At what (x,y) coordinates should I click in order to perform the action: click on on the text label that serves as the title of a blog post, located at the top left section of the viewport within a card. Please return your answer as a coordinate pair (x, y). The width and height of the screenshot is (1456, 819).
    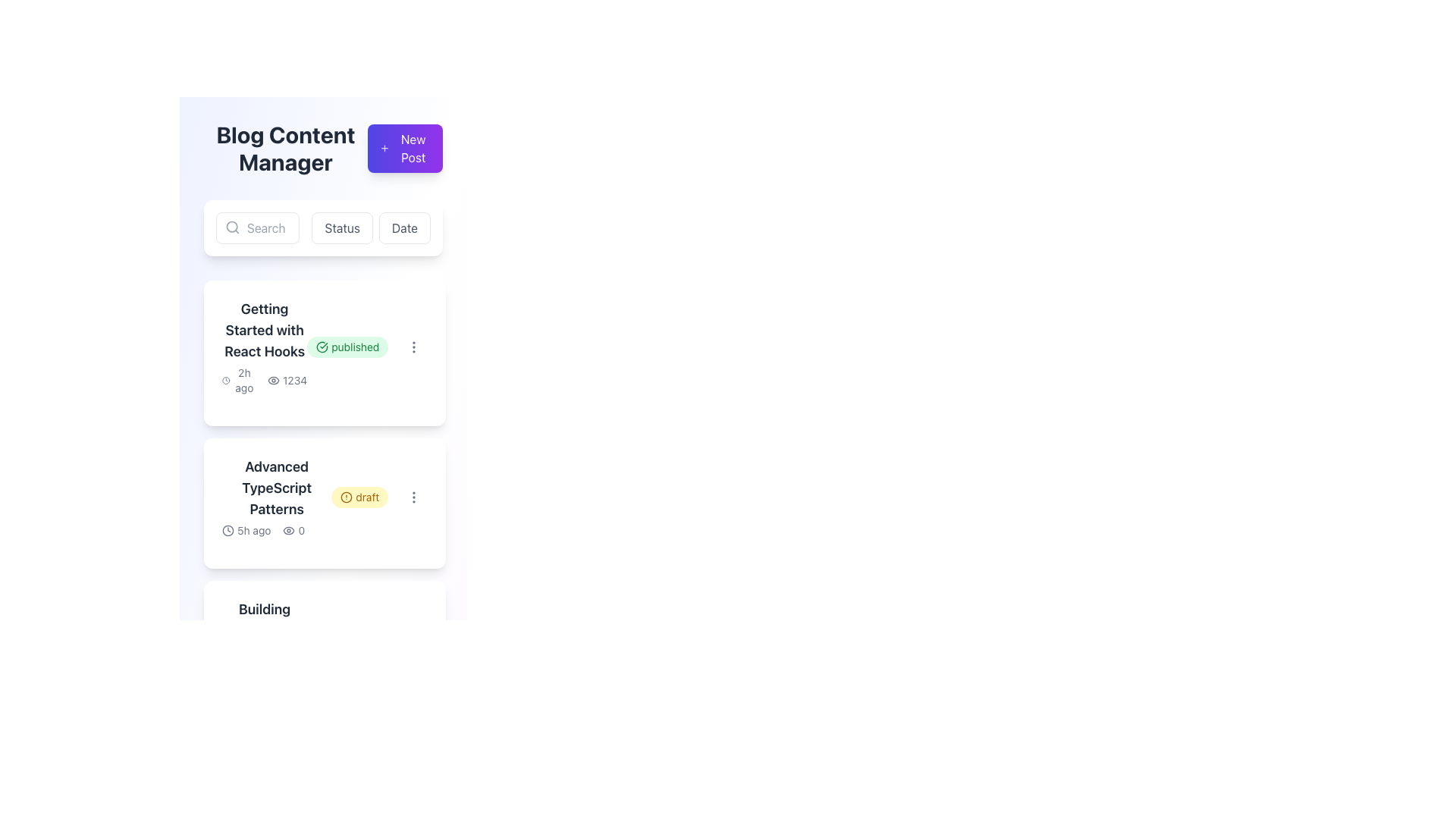
    Looking at the image, I should click on (265, 329).